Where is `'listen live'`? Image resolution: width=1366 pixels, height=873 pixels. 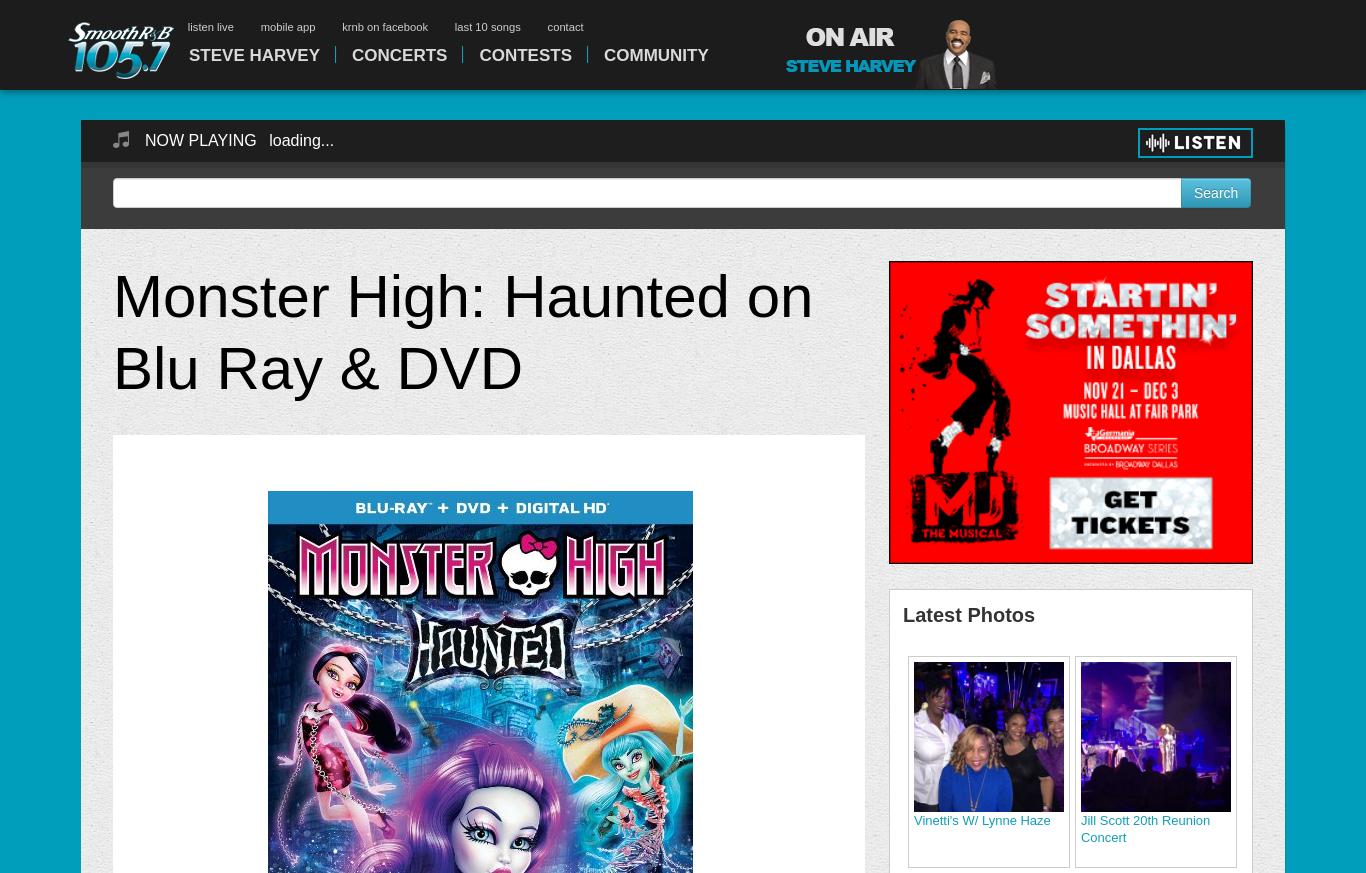
'listen live' is located at coordinates (186, 25).